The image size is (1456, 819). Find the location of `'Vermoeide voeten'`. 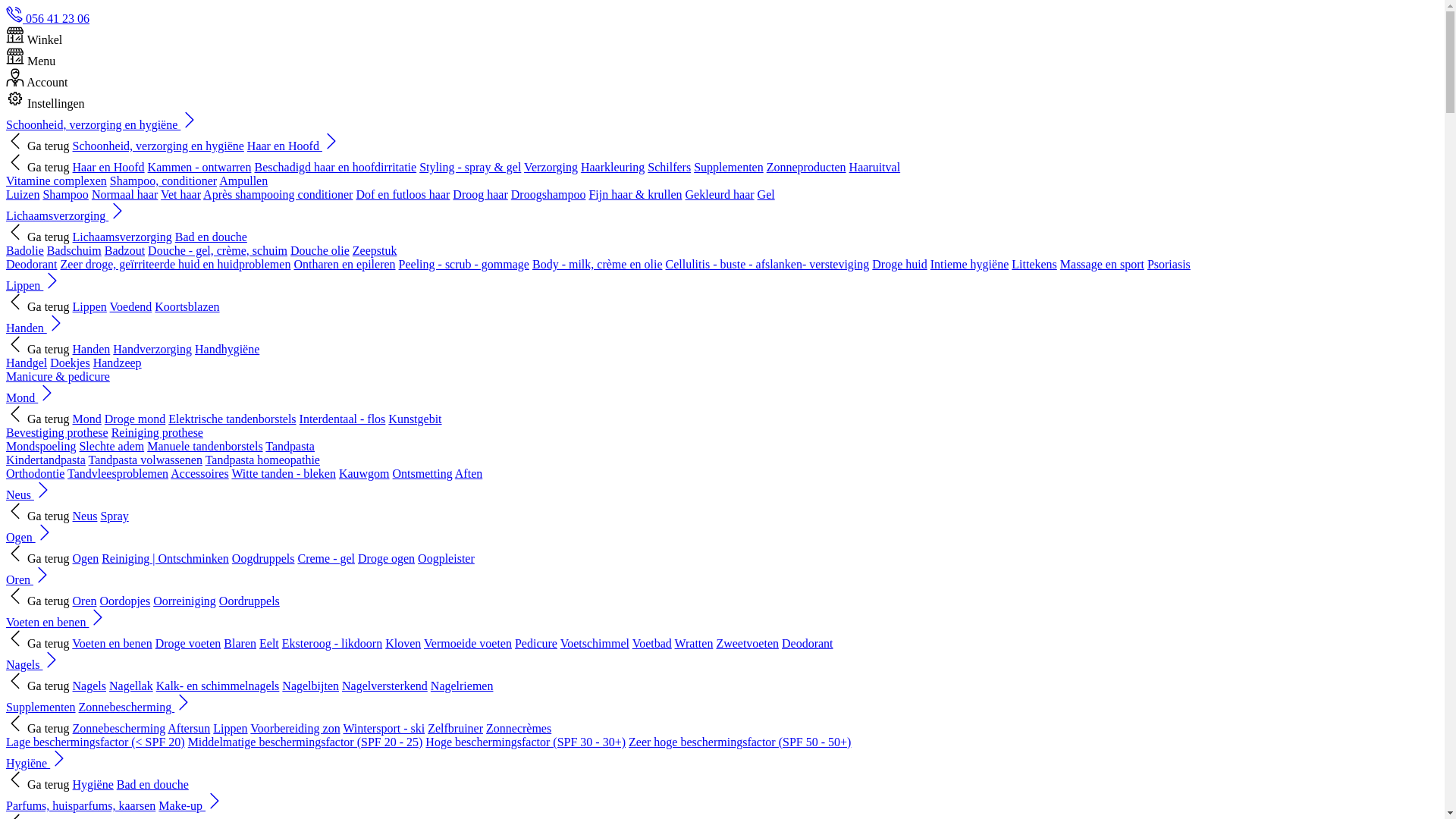

'Vermoeide voeten' is located at coordinates (423, 643).